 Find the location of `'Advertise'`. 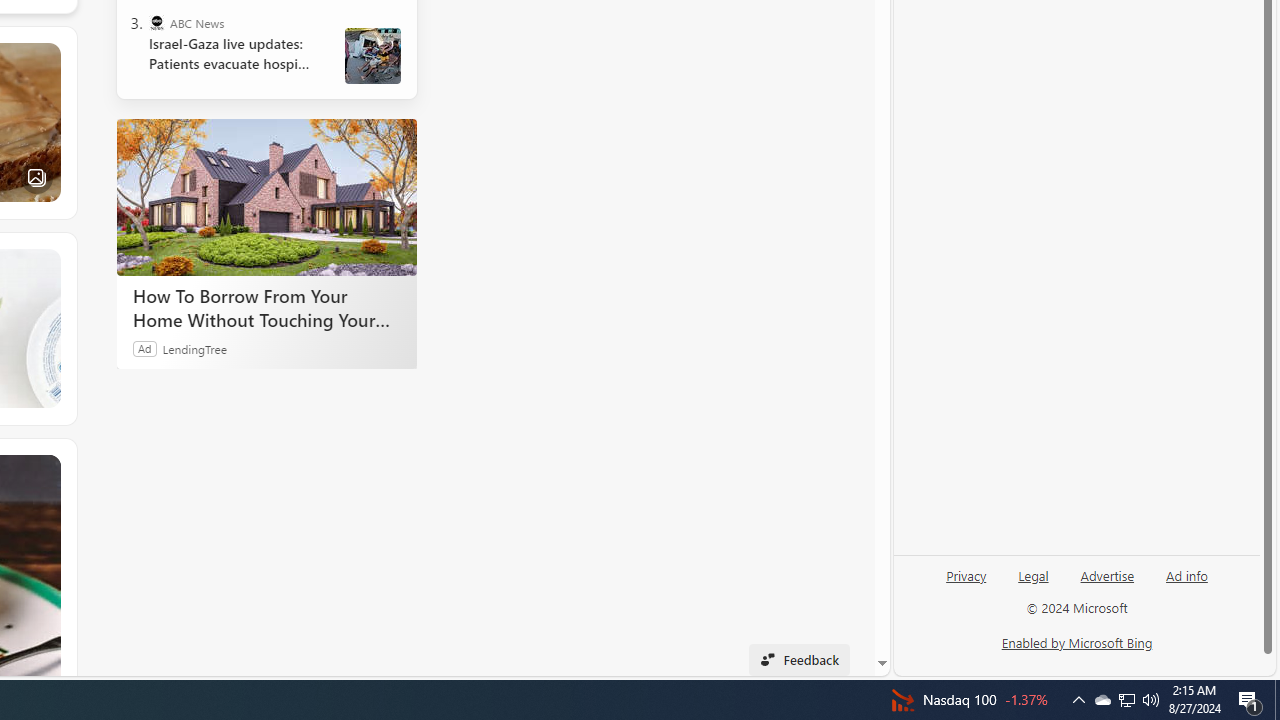

'Advertise' is located at coordinates (1106, 583).